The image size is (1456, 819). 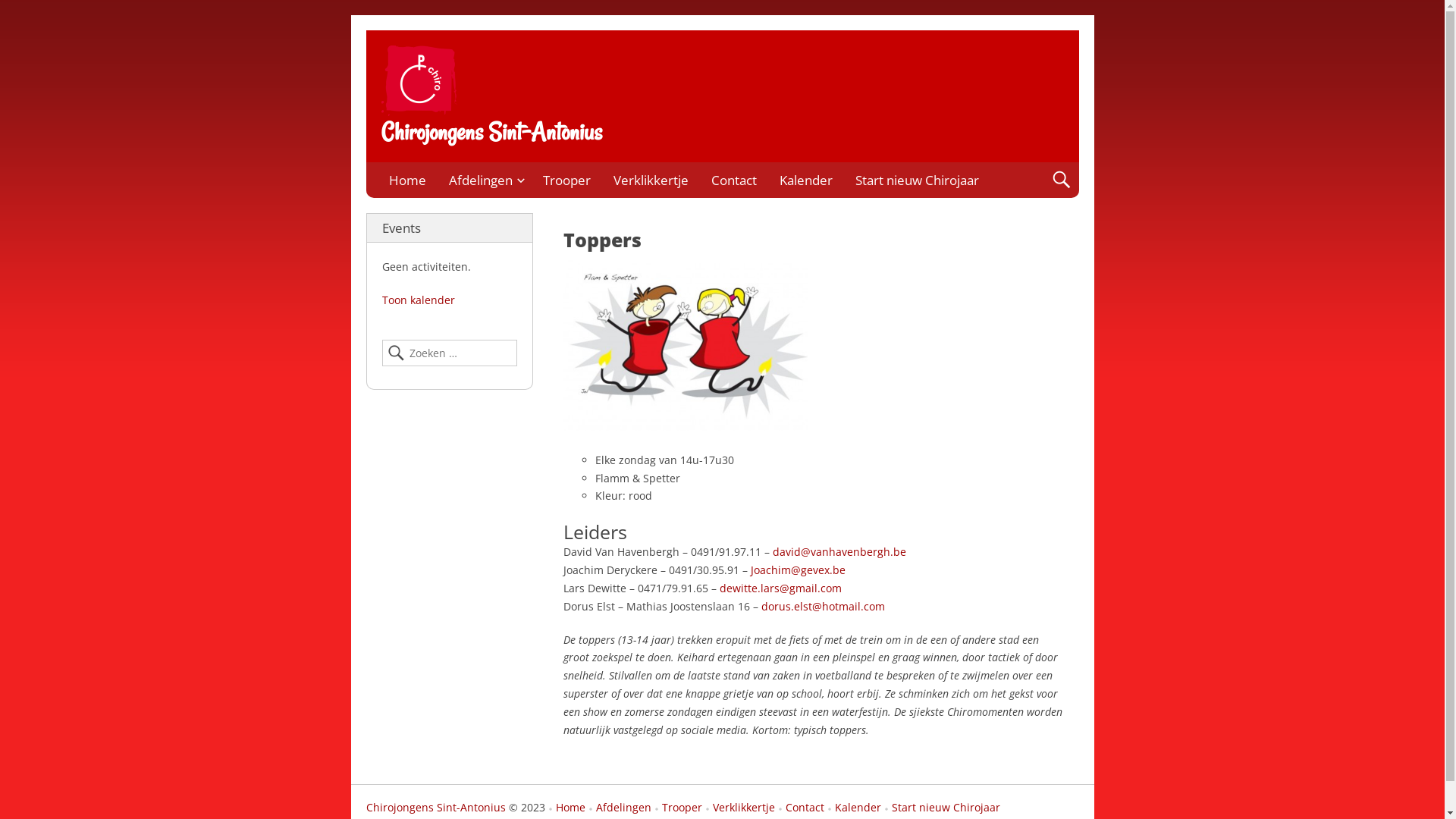 What do you see at coordinates (799, 807) in the screenshot?
I see `'Contact'` at bounding box center [799, 807].